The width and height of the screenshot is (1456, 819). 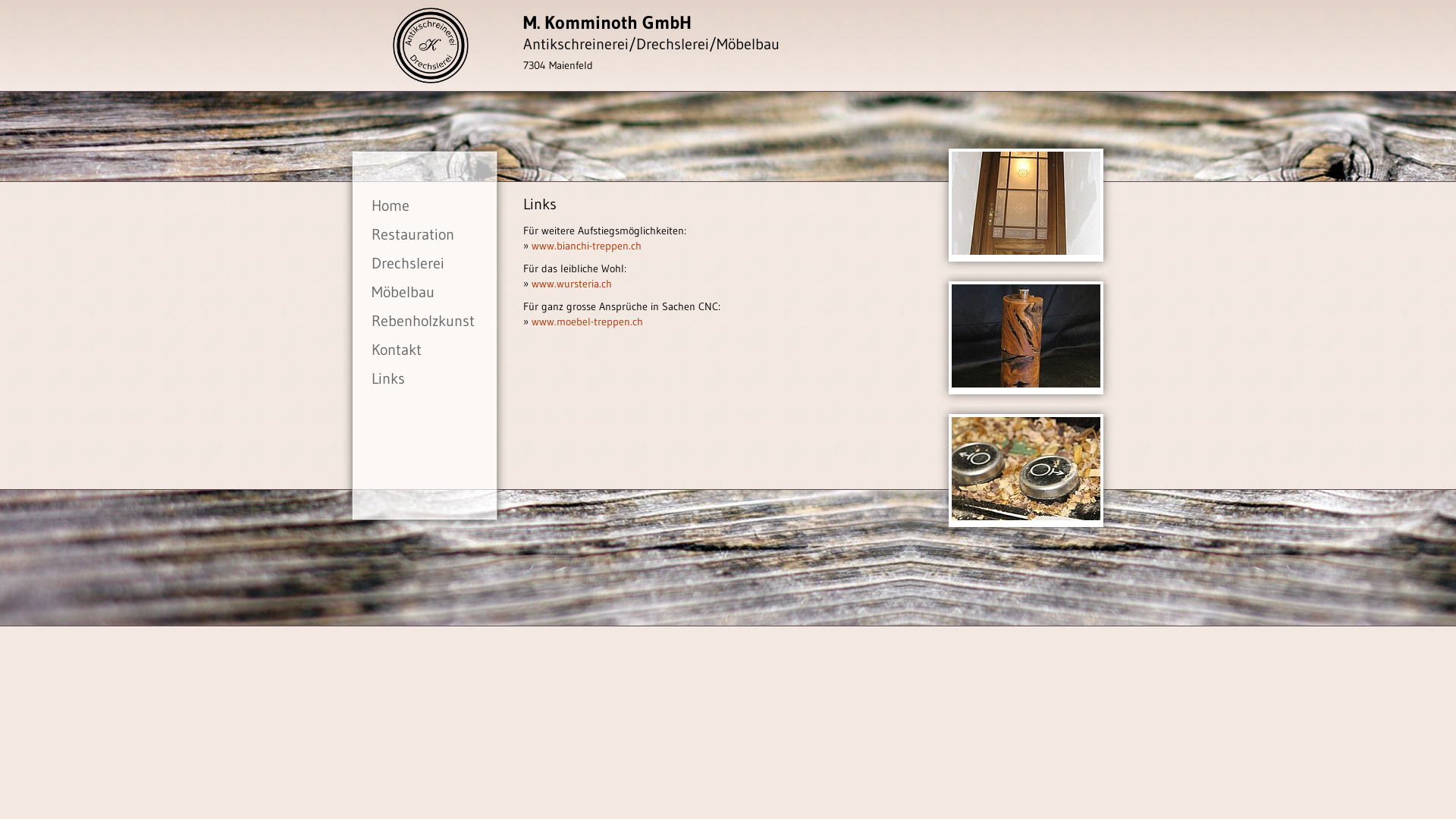 I want to click on 'www.wursteria.ch', so click(x=570, y=284).